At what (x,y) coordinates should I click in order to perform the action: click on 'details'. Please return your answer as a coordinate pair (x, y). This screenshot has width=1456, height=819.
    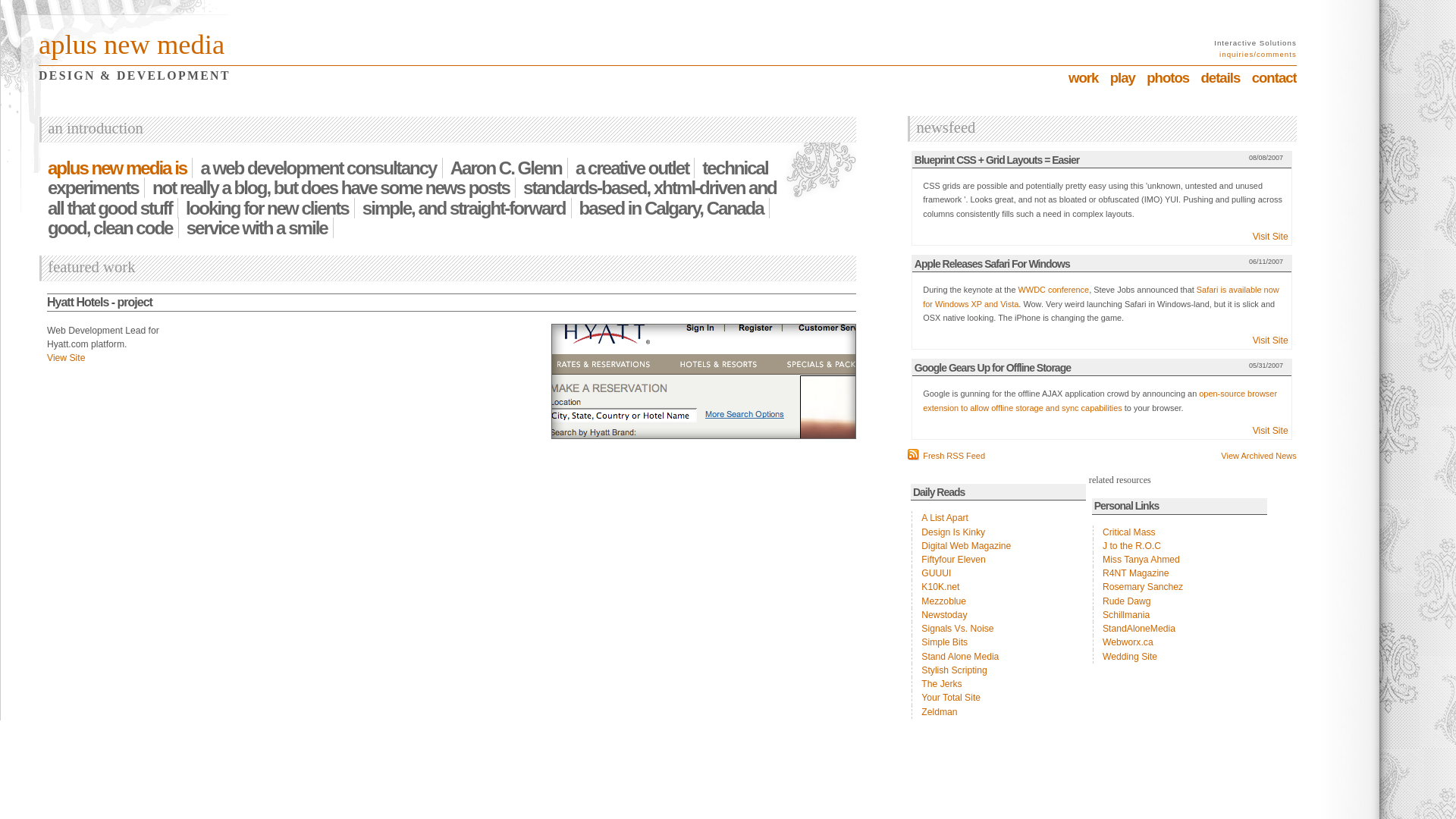
    Looking at the image, I should click on (1219, 77).